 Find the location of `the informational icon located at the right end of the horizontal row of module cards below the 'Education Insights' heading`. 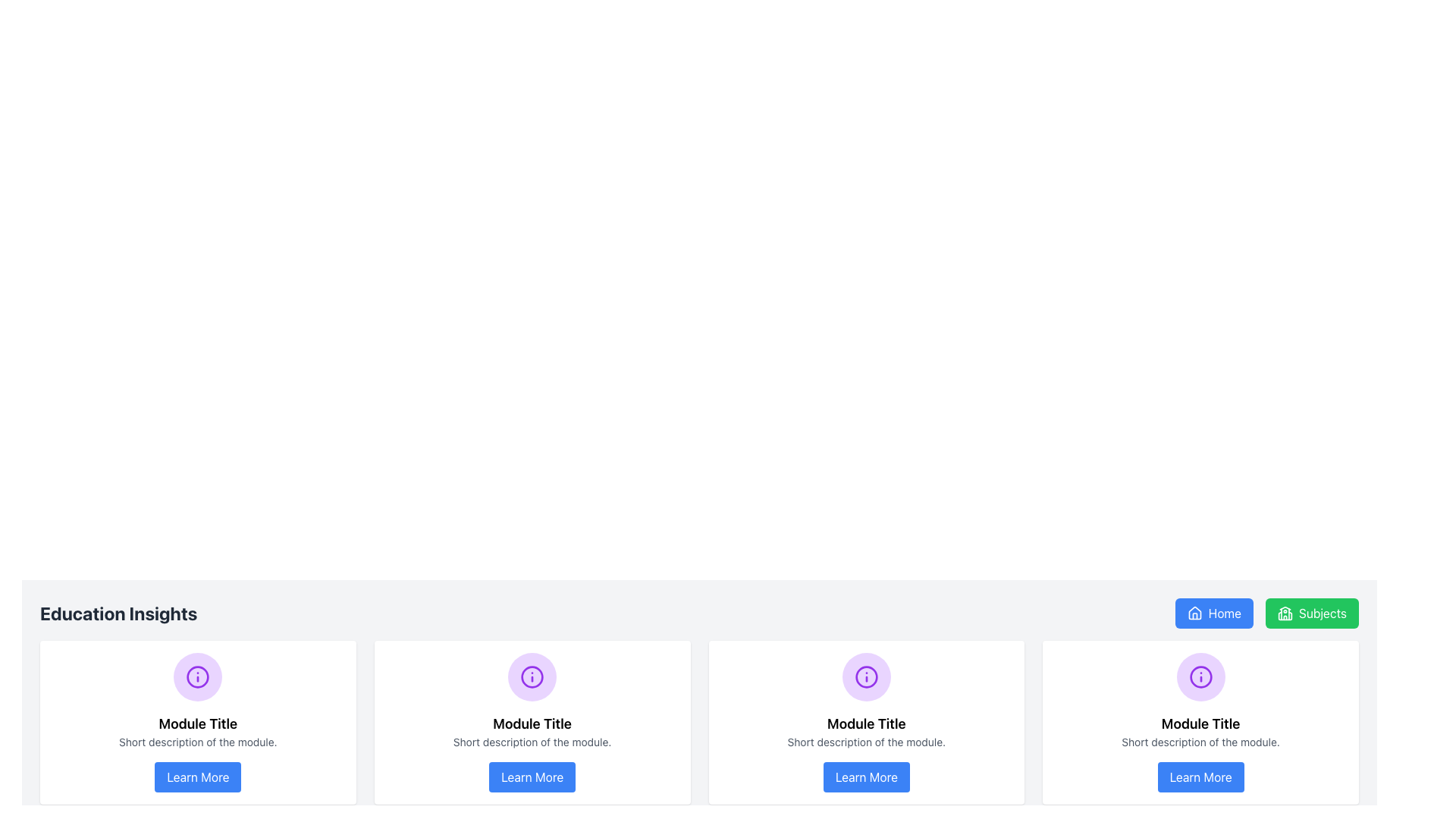

the informational icon located at the right end of the horizontal row of module cards below the 'Education Insights' heading is located at coordinates (1200, 676).